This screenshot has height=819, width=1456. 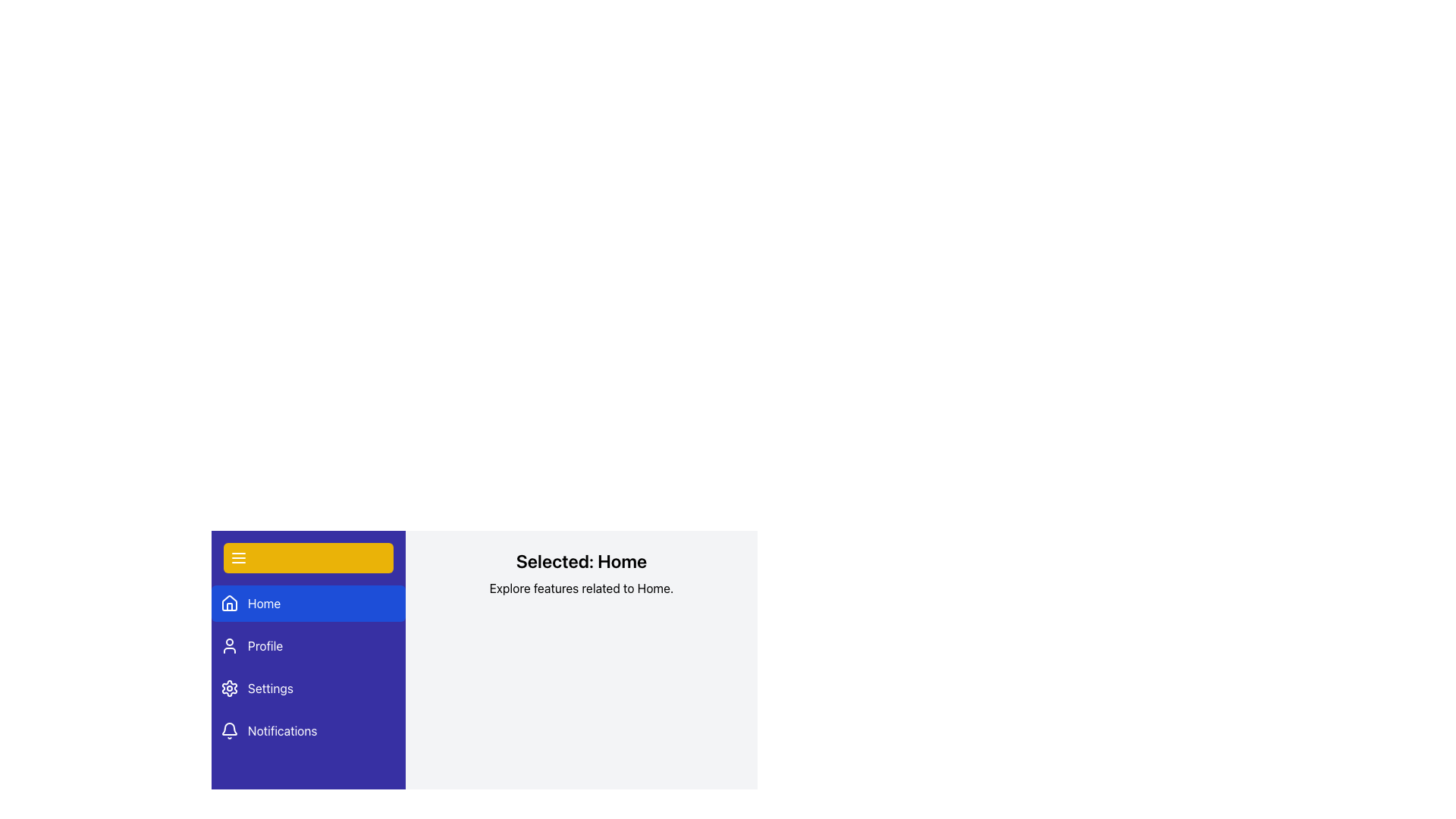 I want to click on the 'Home' text label in the navigation menu, which is styled with a white font on a blue background and indicates its selection, so click(x=264, y=602).